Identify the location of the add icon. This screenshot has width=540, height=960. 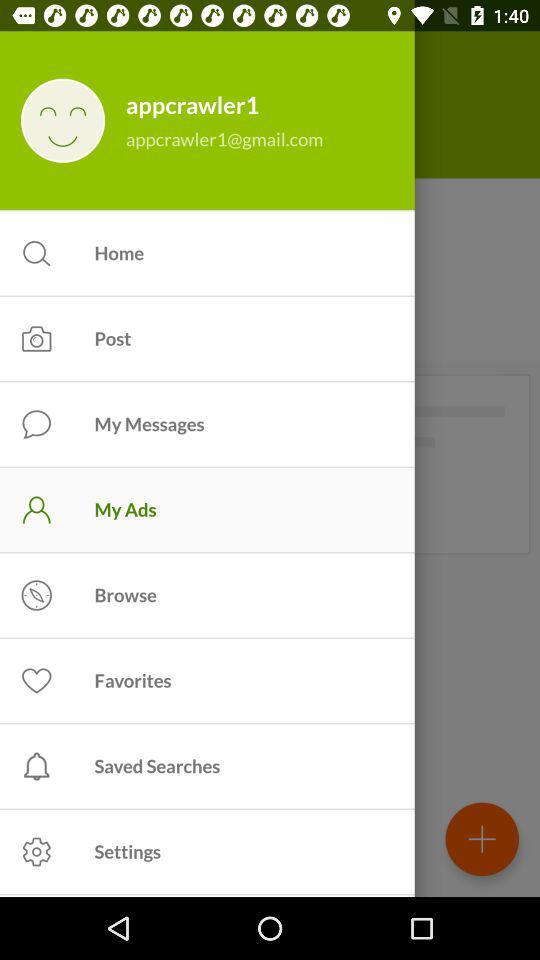
(481, 839).